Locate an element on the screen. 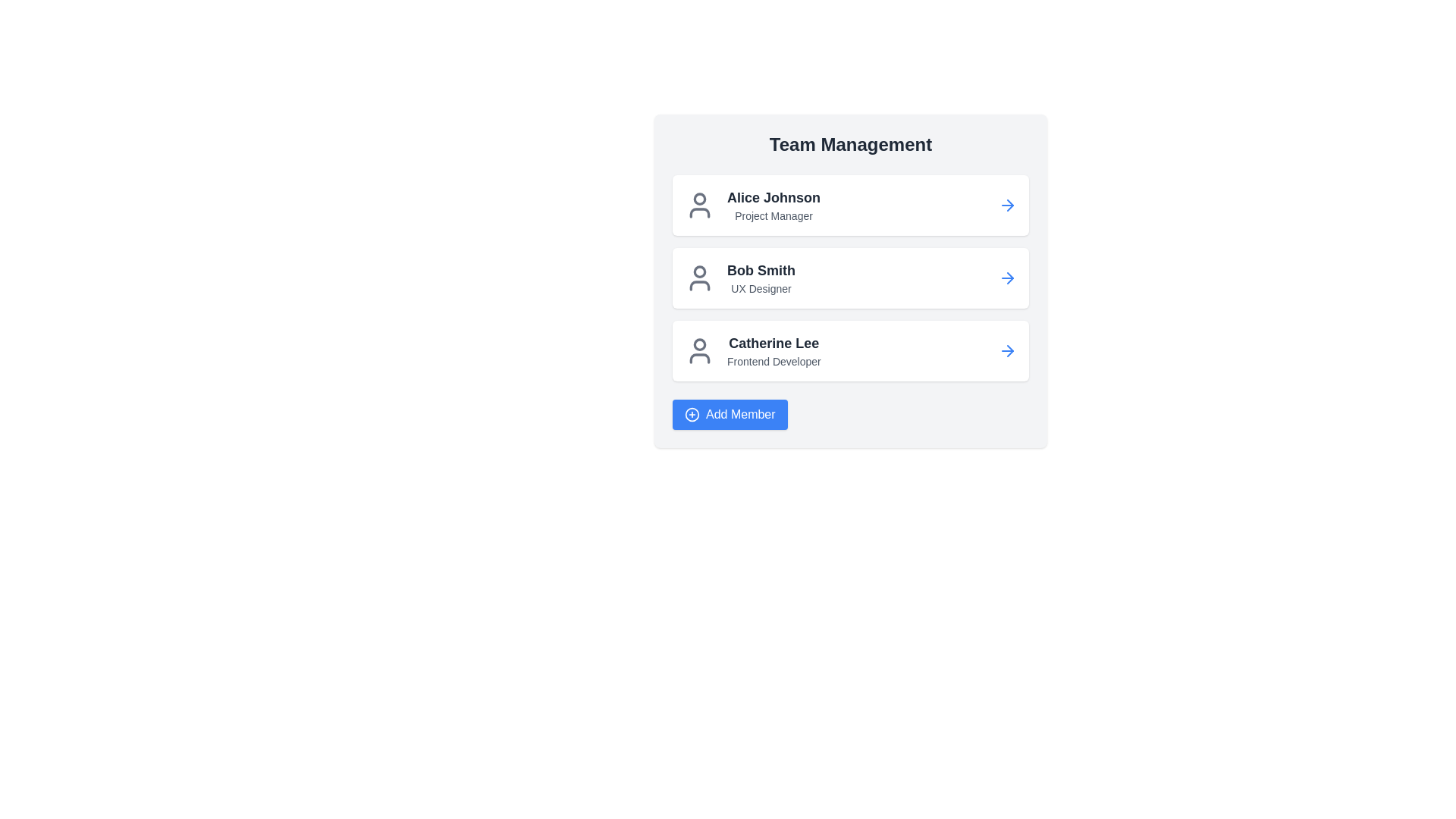 This screenshot has width=1456, height=819. the static text label 'UX Designer' which is styled in a smaller, gray-colored font, located directly below 'Bob Smith' in the team members list is located at coordinates (761, 289).